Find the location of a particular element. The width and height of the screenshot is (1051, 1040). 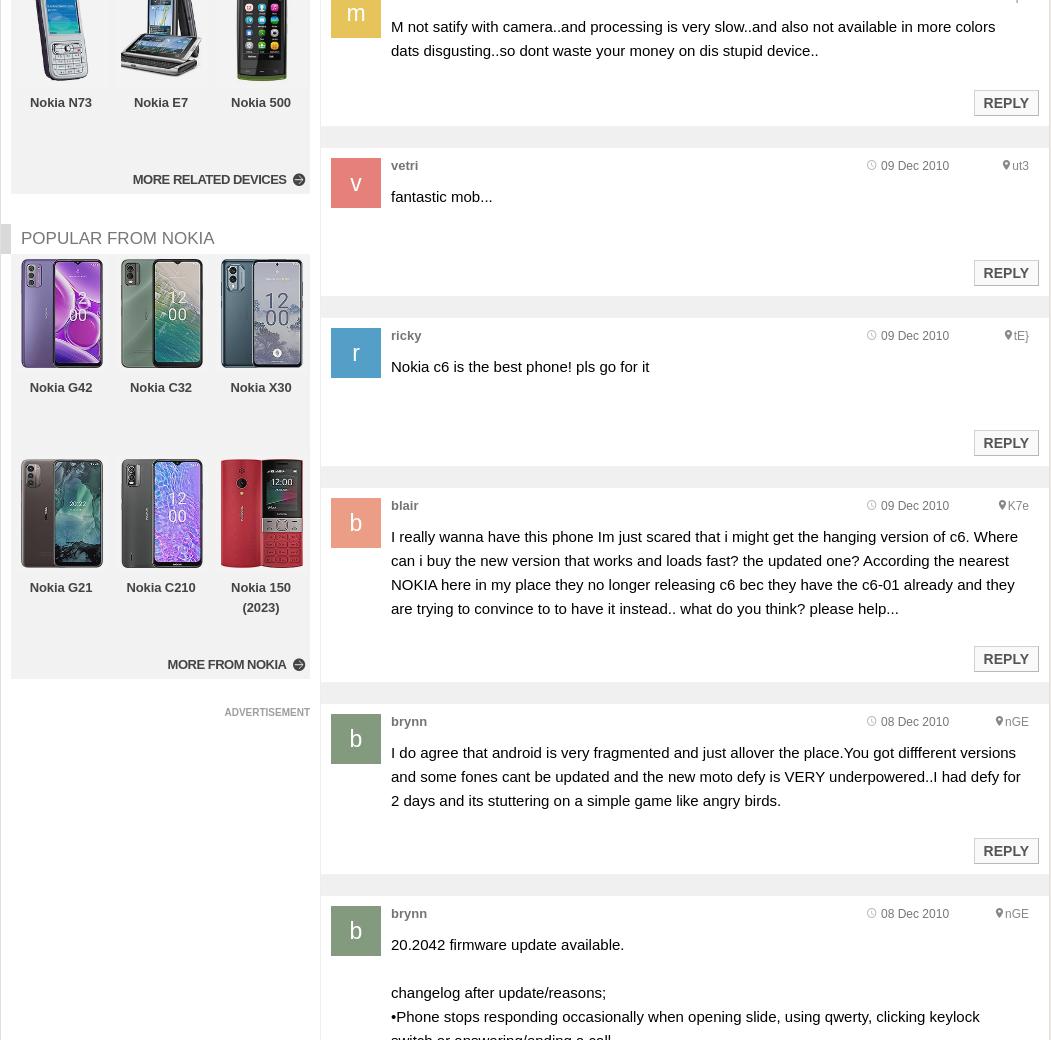

'Nokia 500' is located at coordinates (230, 101).